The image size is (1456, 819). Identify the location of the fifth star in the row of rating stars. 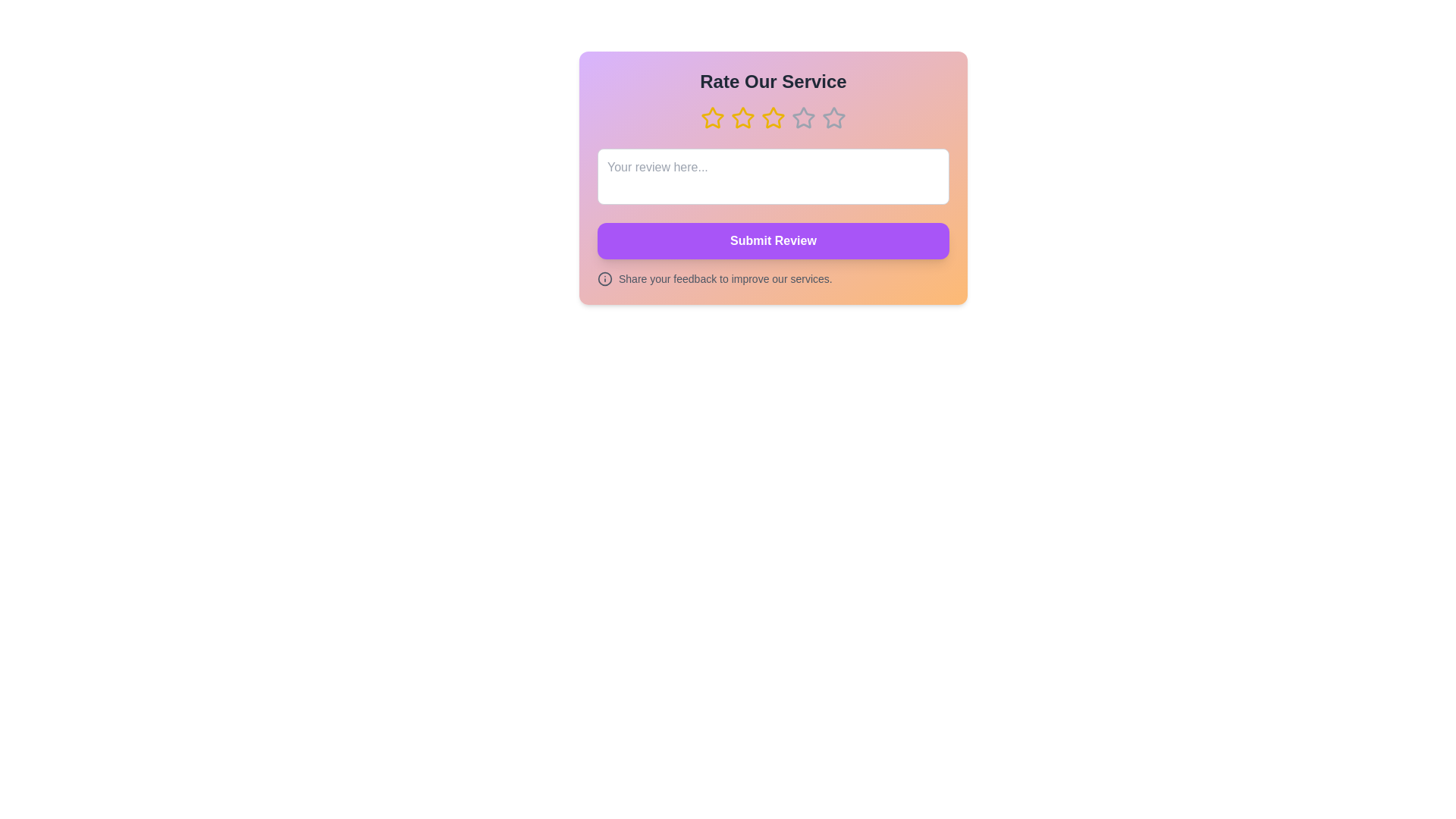
(833, 116).